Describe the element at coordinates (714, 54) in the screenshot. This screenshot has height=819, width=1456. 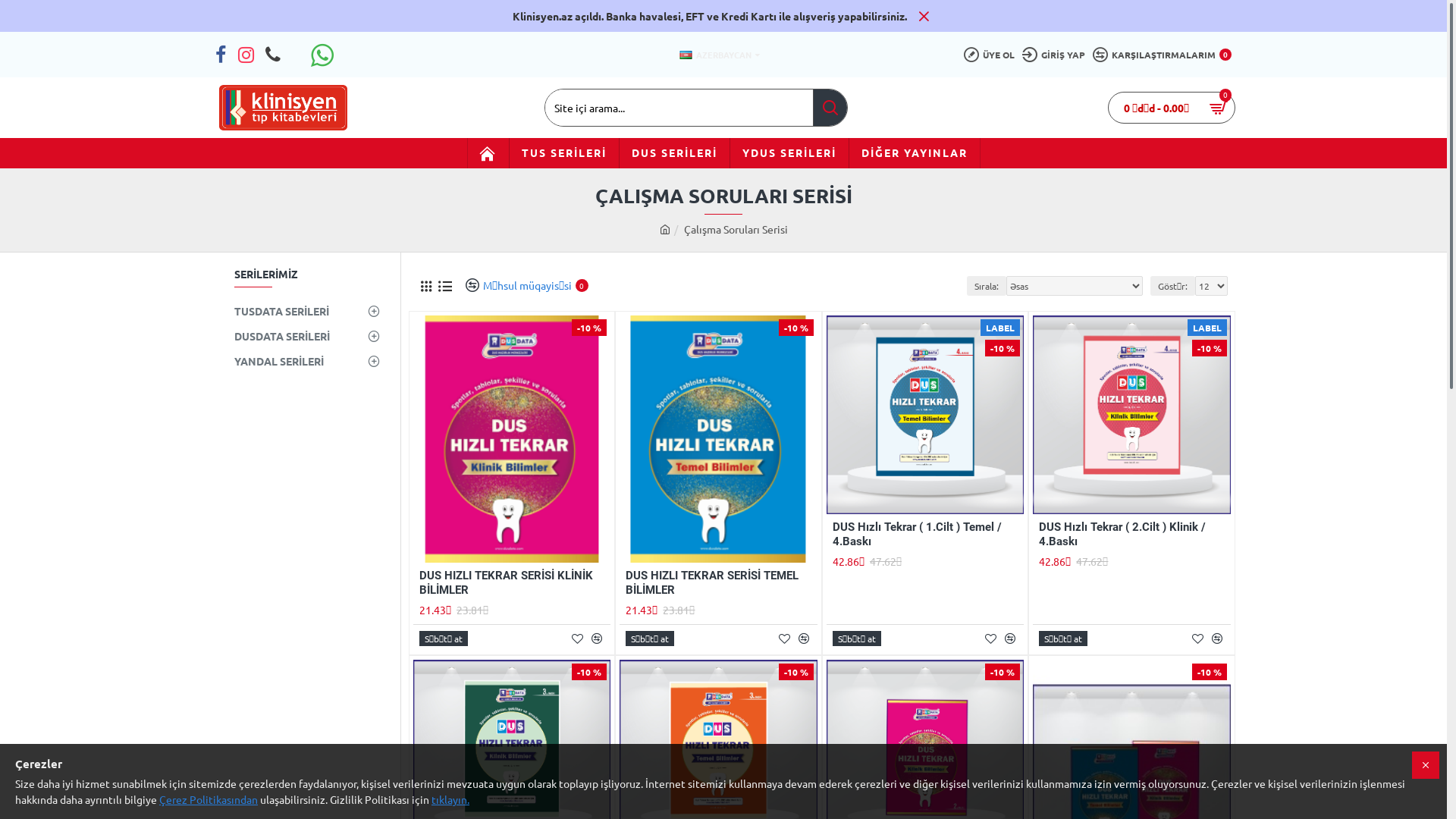
I see `'AZERBAYCAN'` at that location.